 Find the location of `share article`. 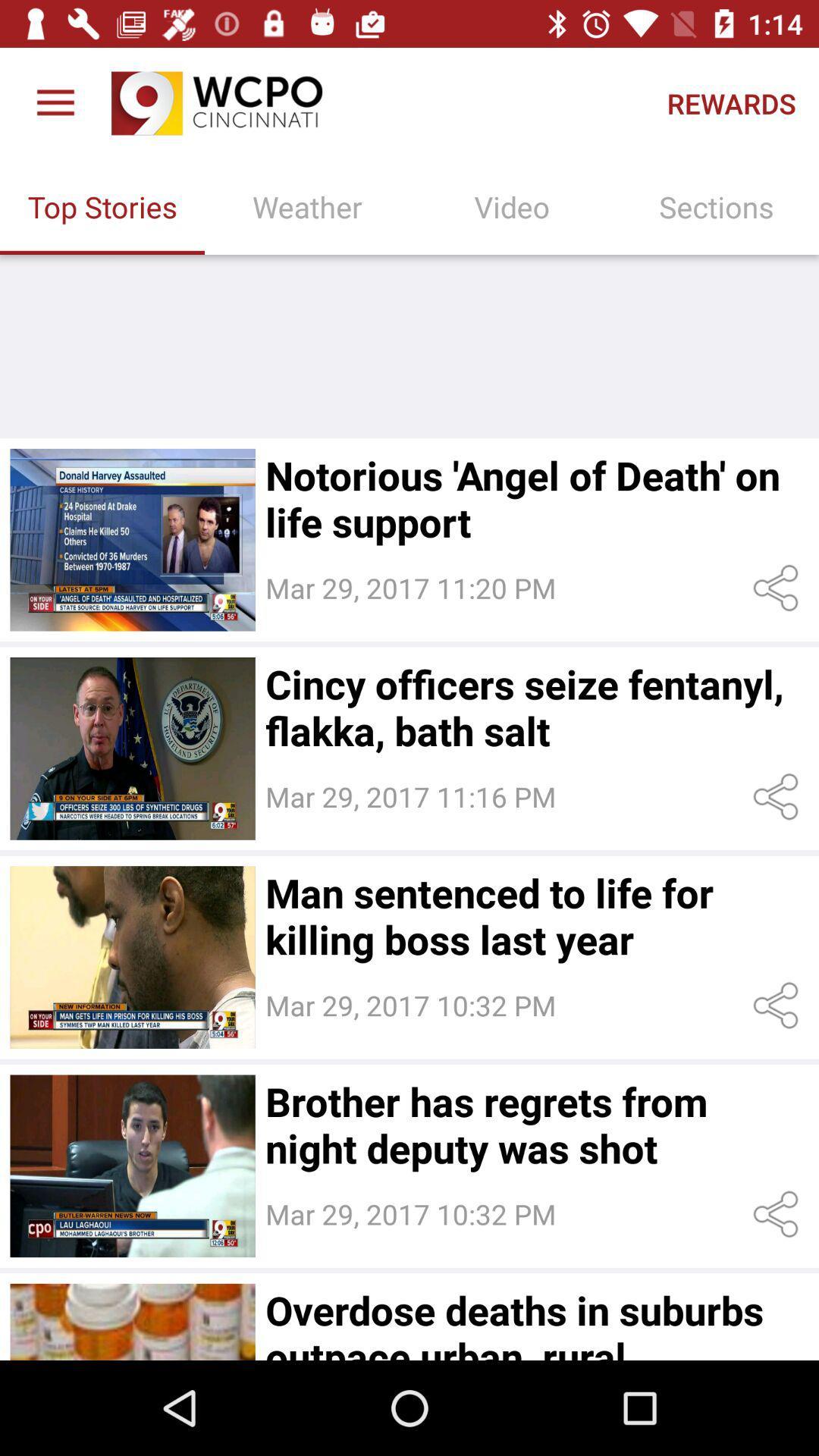

share article is located at coordinates (779, 796).